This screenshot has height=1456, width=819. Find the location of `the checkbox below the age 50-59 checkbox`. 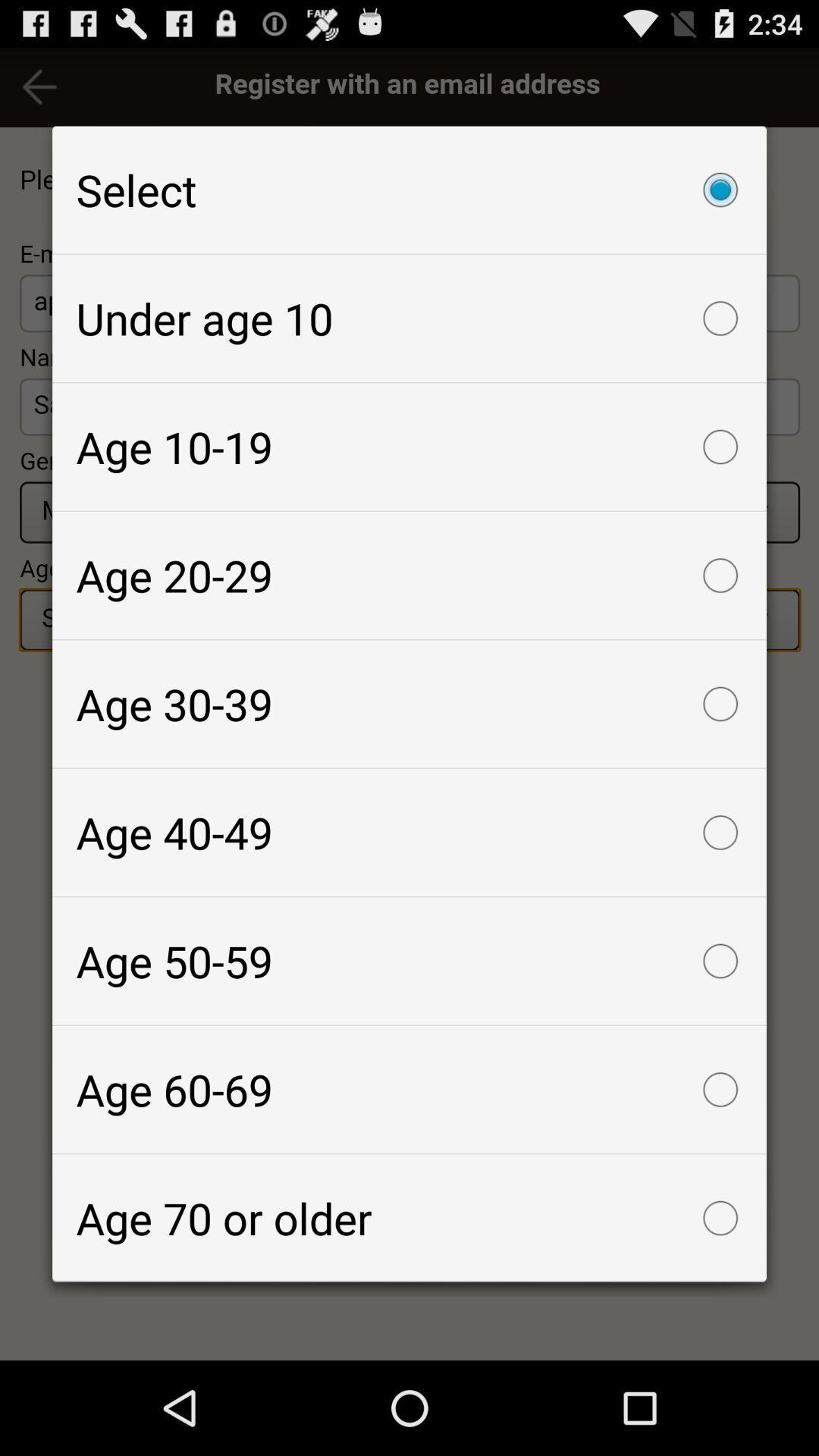

the checkbox below the age 50-59 checkbox is located at coordinates (409, 1088).